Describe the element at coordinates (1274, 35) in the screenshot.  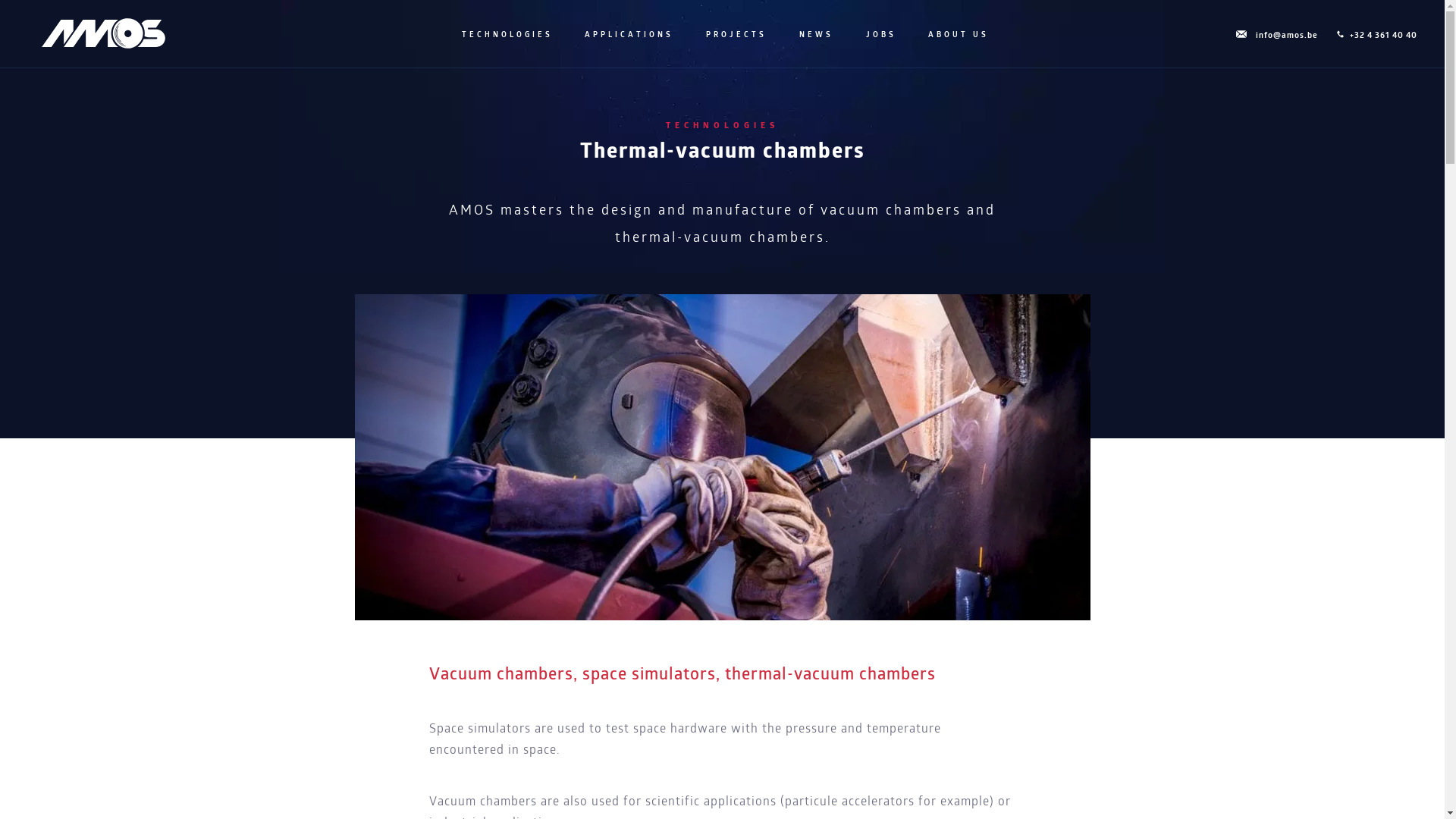
I see `'info@amos.be'` at that location.